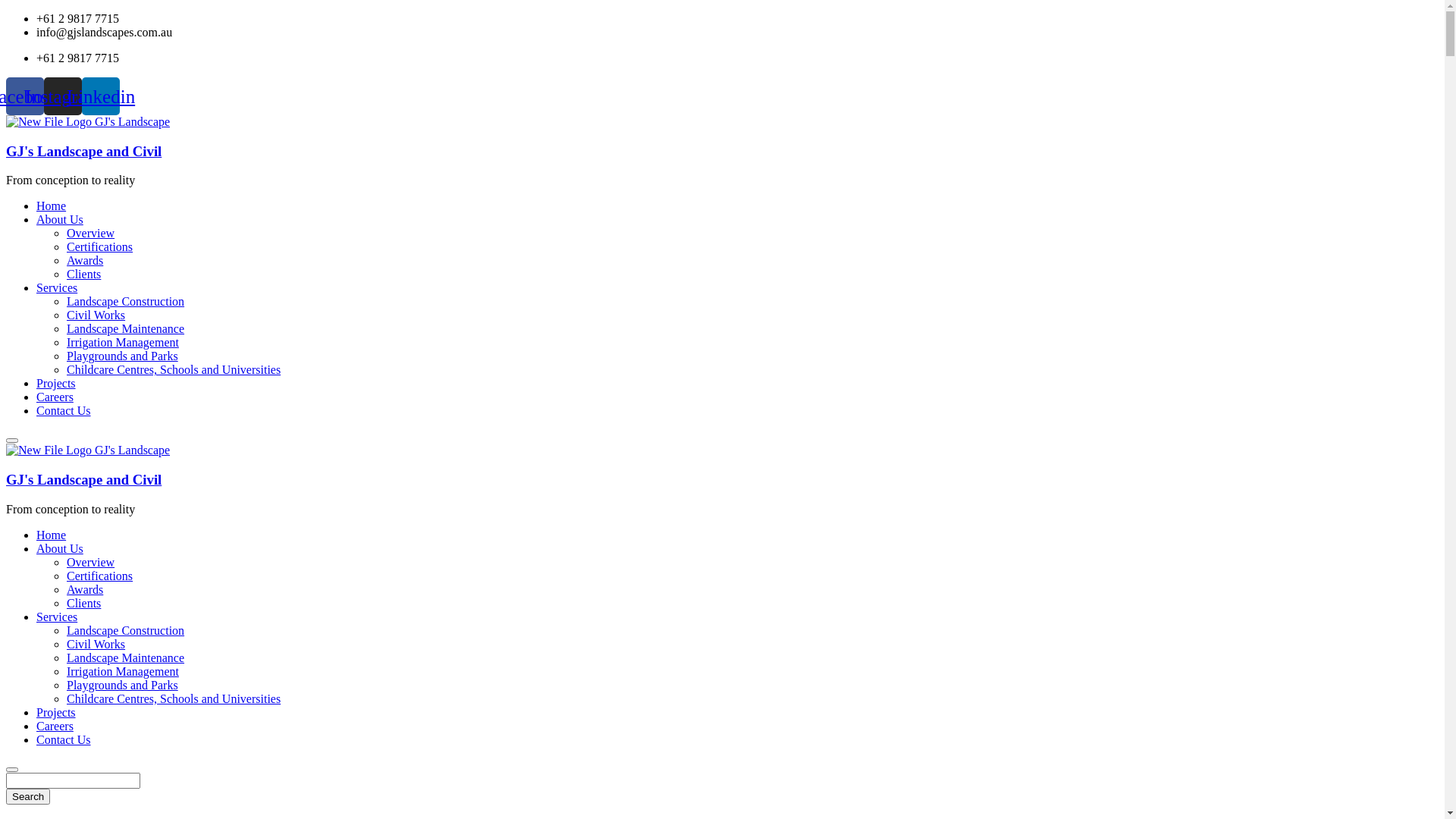 The height and width of the screenshot is (819, 1456). Describe the element at coordinates (62, 410) in the screenshot. I see `'Contact Us'` at that location.